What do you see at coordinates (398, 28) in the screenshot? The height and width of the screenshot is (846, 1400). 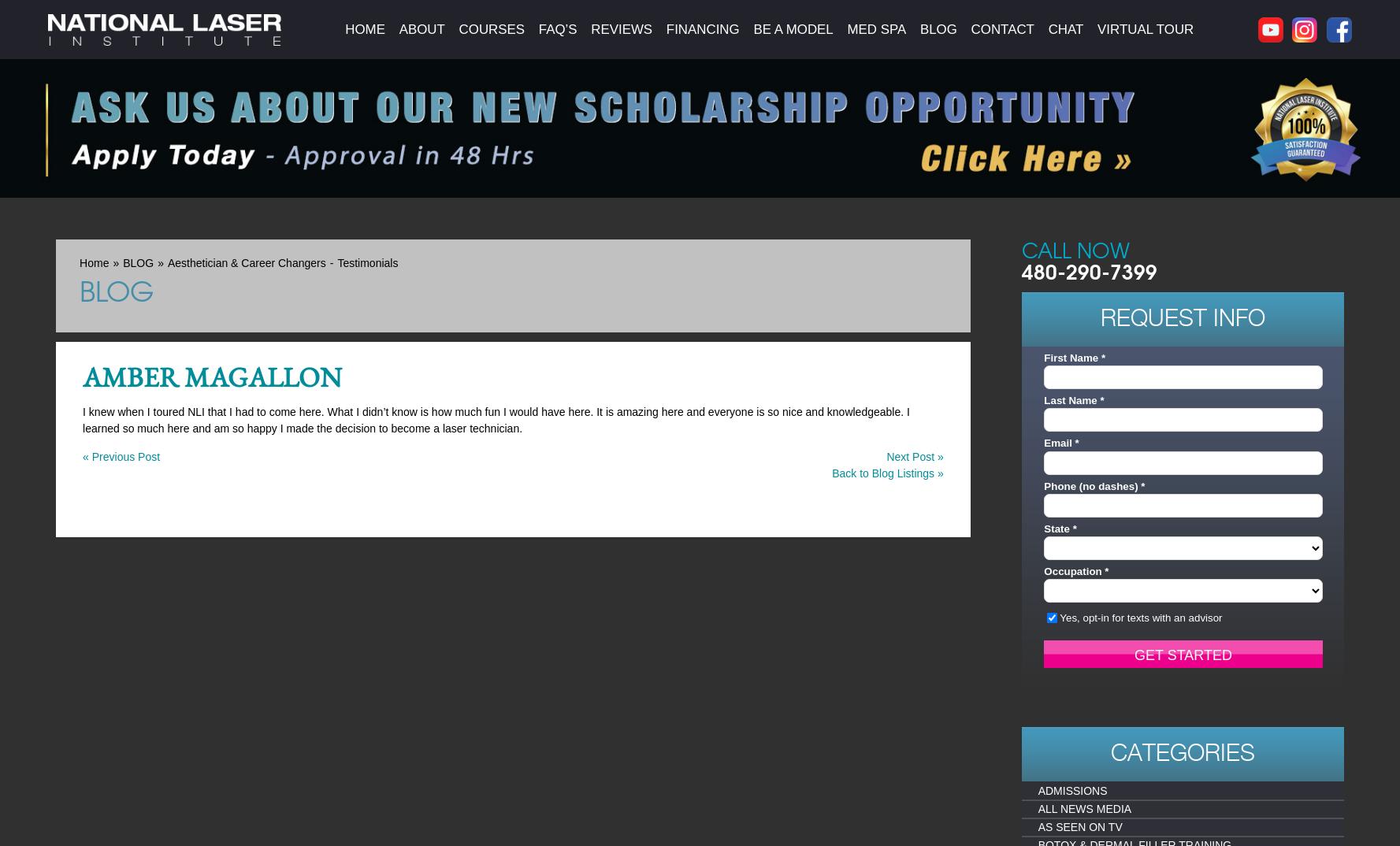 I see `'About'` at bounding box center [398, 28].